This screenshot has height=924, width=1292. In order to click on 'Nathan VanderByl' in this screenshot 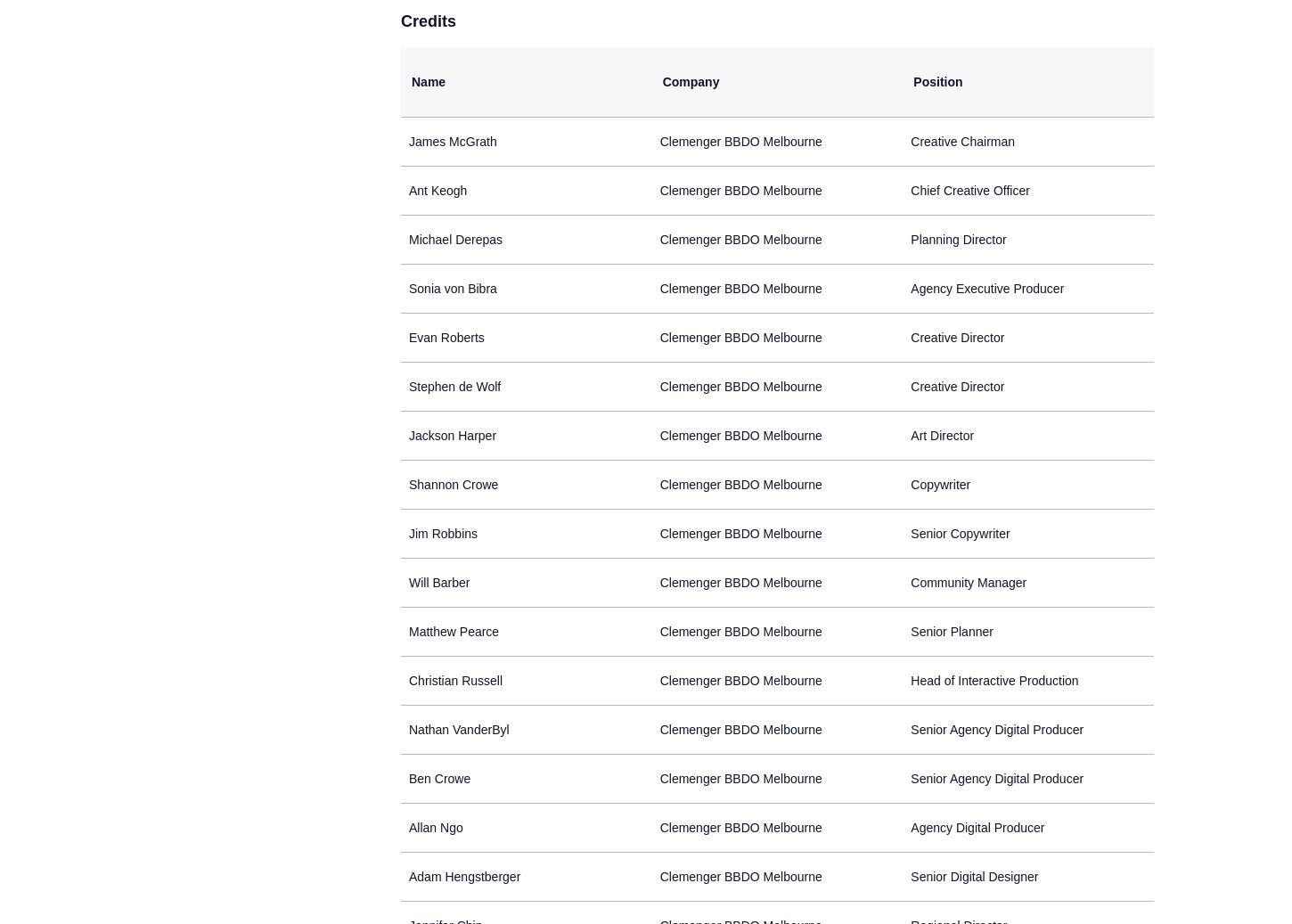, I will do `click(459, 730)`.